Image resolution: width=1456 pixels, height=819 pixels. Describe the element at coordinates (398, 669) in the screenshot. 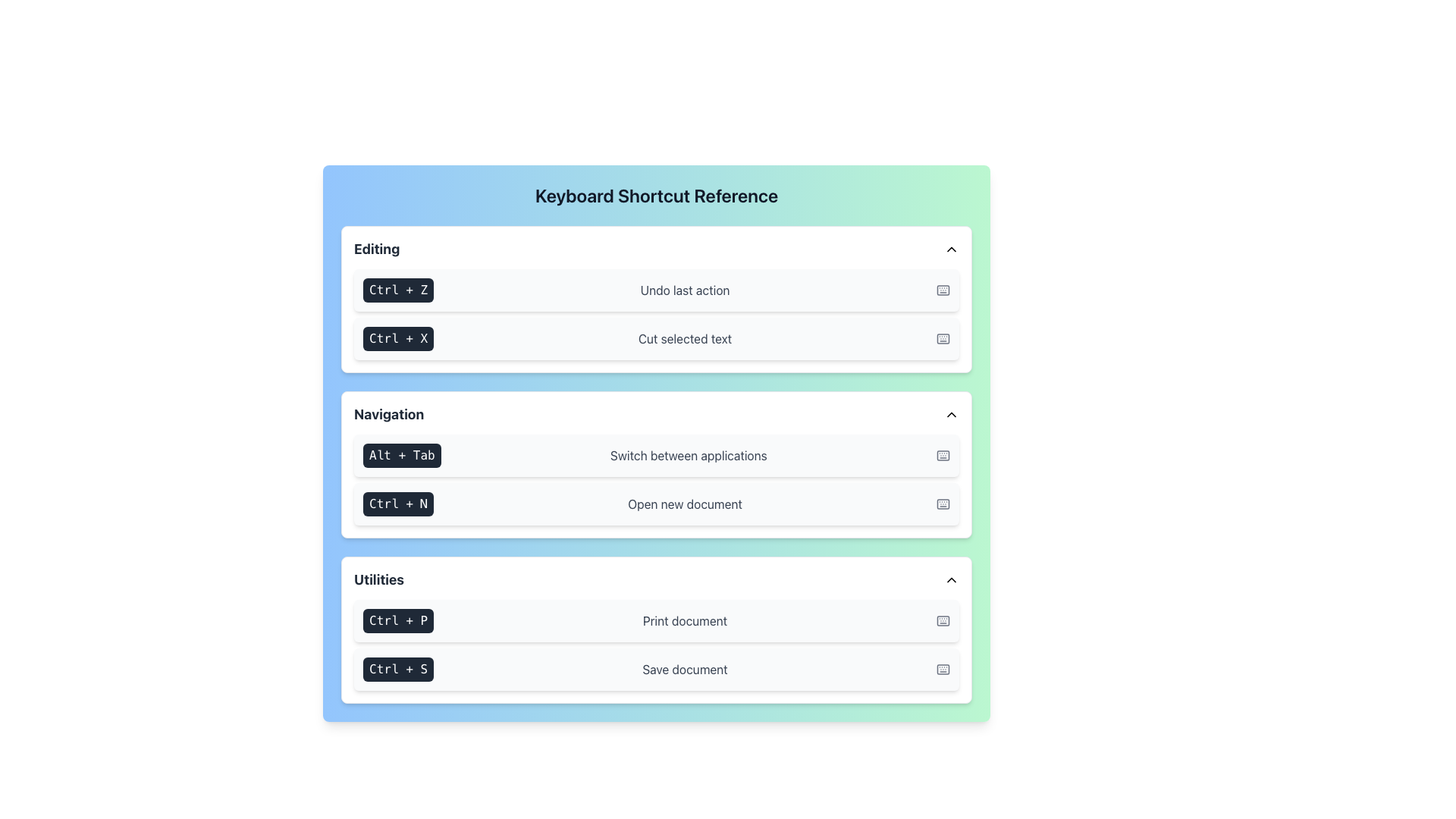

I see `the keyboard shortcut indicator labeled 'Ctrl + S' which is a dark gray button-like component with white bold text, located in the 'Utilities' section, to the left of 'Save document'` at that location.